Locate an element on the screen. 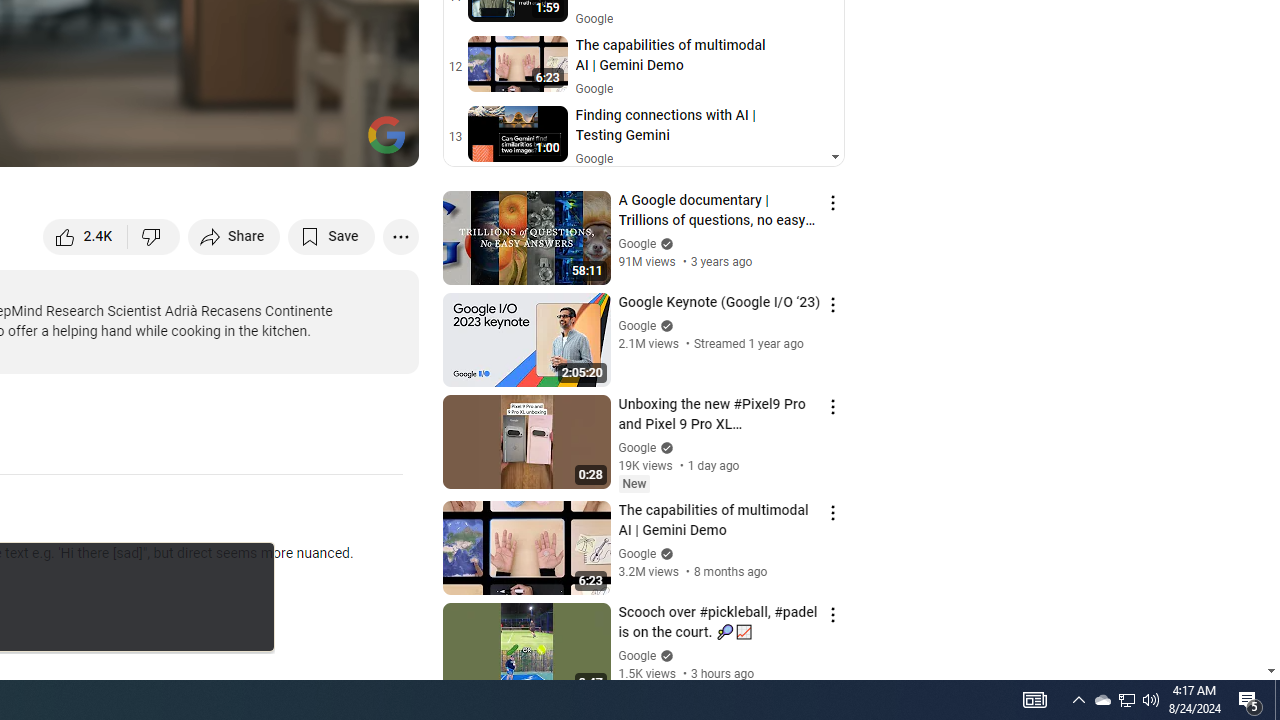 This screenshot has width=1280, height=720. 'Dislike this video' is located at coordinates (153, 235).